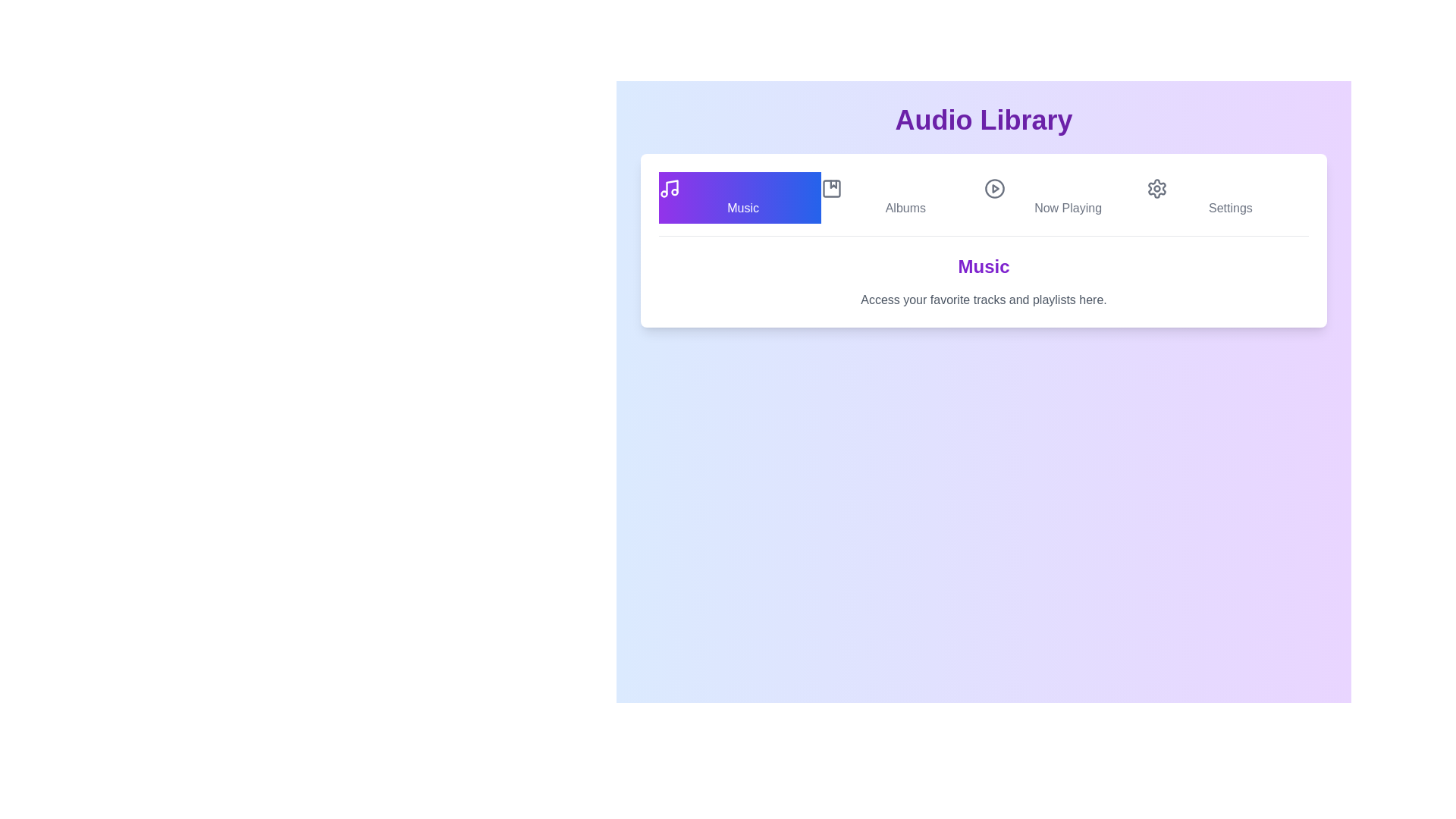 This screenshot has height=819, width=1456. Describe the element at coordinates (1156, 188) in the screenshot. I see `the gear icon` at that location.